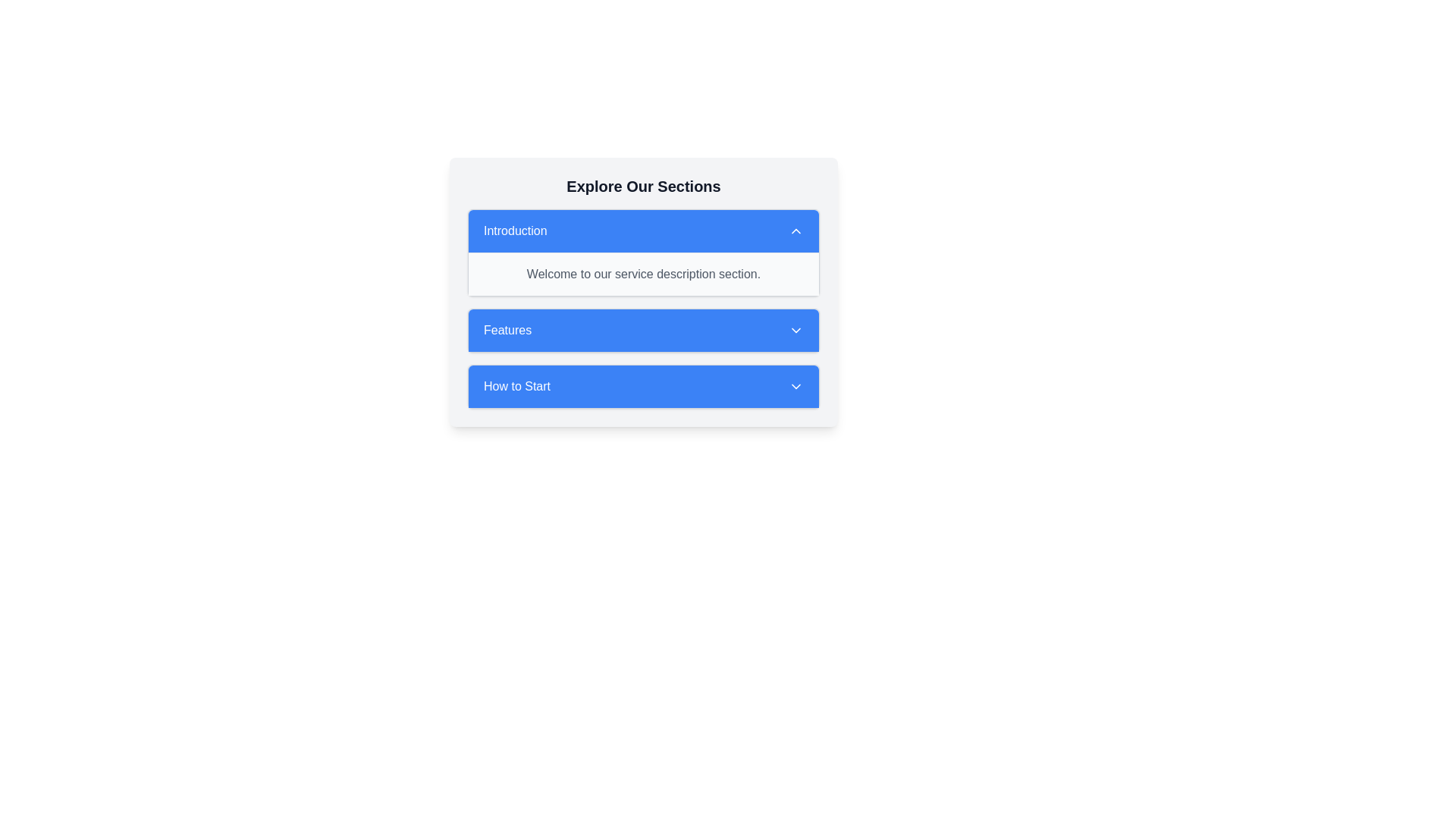 The width and height of the screenshot is (1456, 819). I want to click on the chevron-shaped Toggle/Expand-Collapse Icon located at the top-right corner of the 'Introduction' header section, so click(795, 231).